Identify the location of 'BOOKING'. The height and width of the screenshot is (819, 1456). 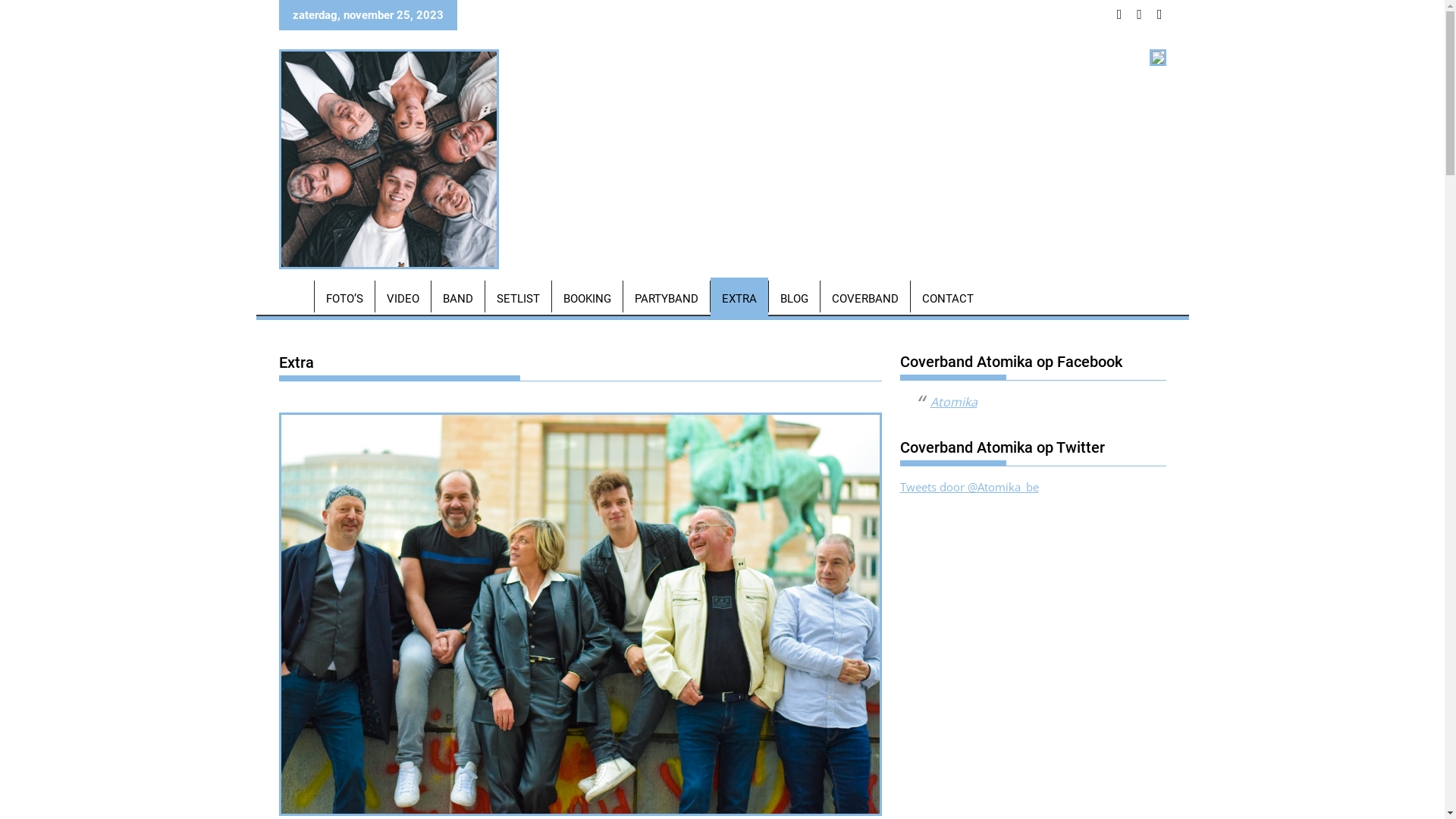
(551, 298).